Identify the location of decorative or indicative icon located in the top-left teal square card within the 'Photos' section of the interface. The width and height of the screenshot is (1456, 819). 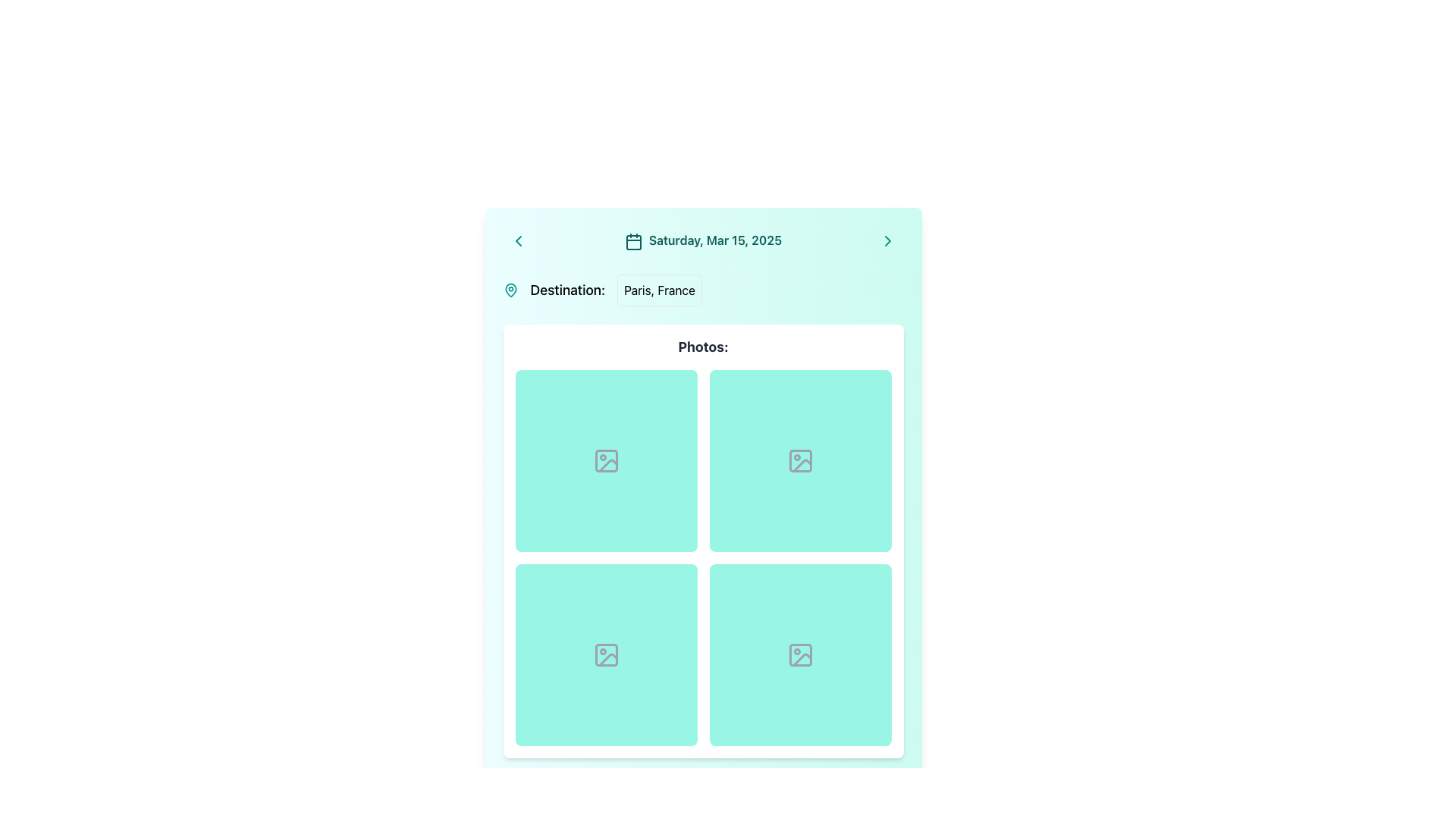
(605, 460).